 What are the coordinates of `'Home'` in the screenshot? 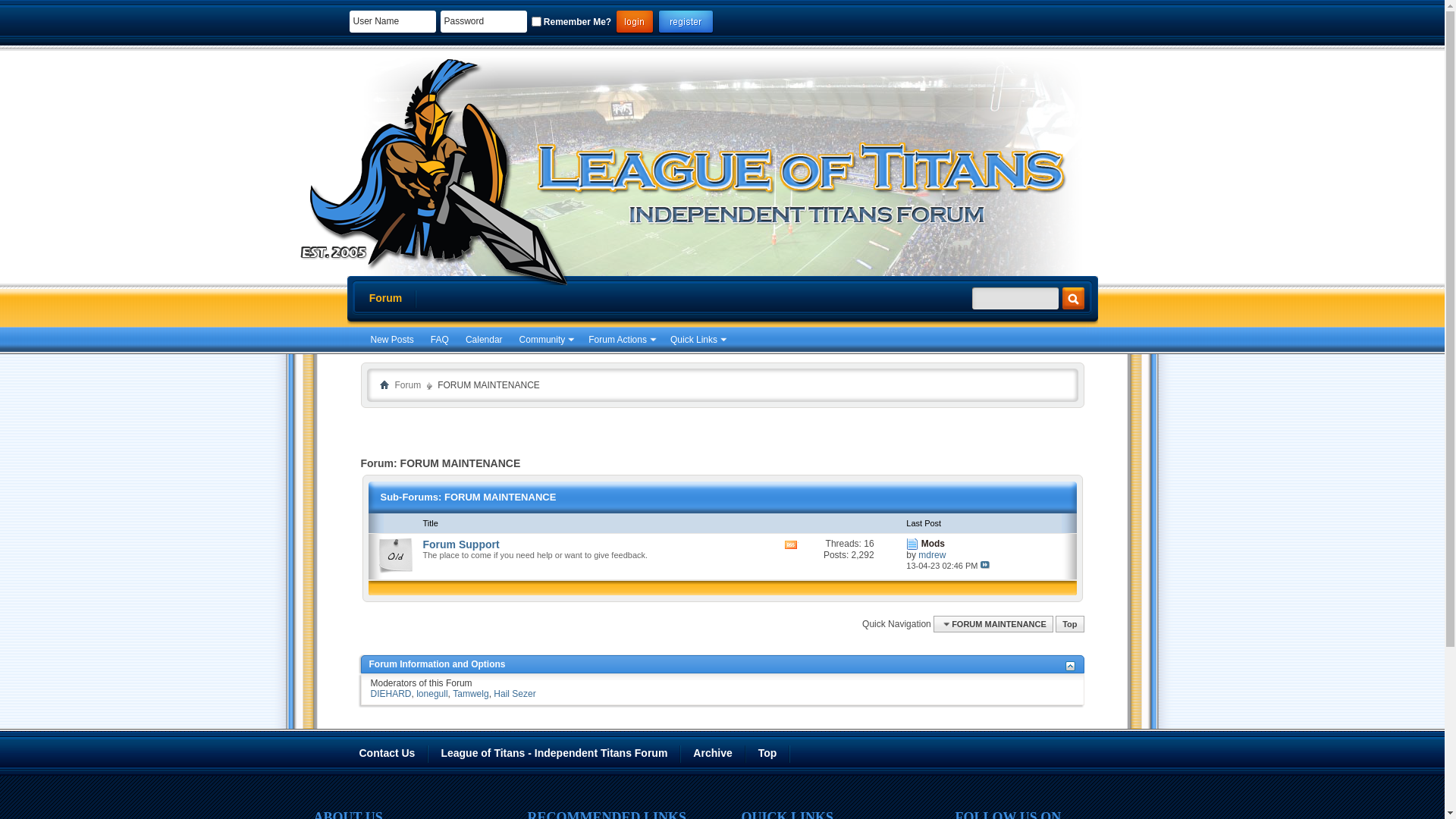 It's located at (383, 383).